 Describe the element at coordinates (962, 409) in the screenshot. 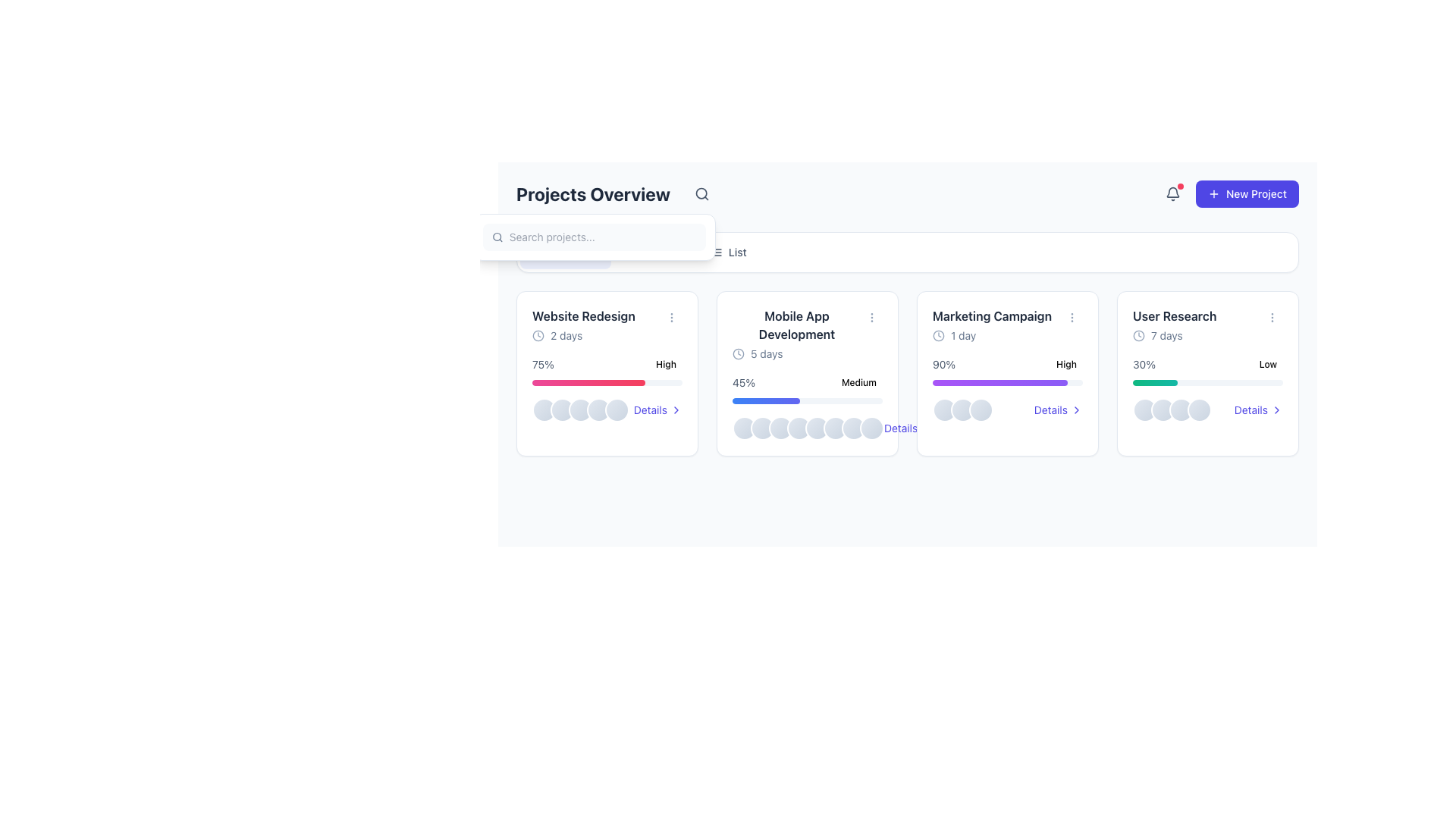

I see `the second circular decorative icon representing a team member or project status, located below 'Marketing Campaign' in the project summary grid` at that location.